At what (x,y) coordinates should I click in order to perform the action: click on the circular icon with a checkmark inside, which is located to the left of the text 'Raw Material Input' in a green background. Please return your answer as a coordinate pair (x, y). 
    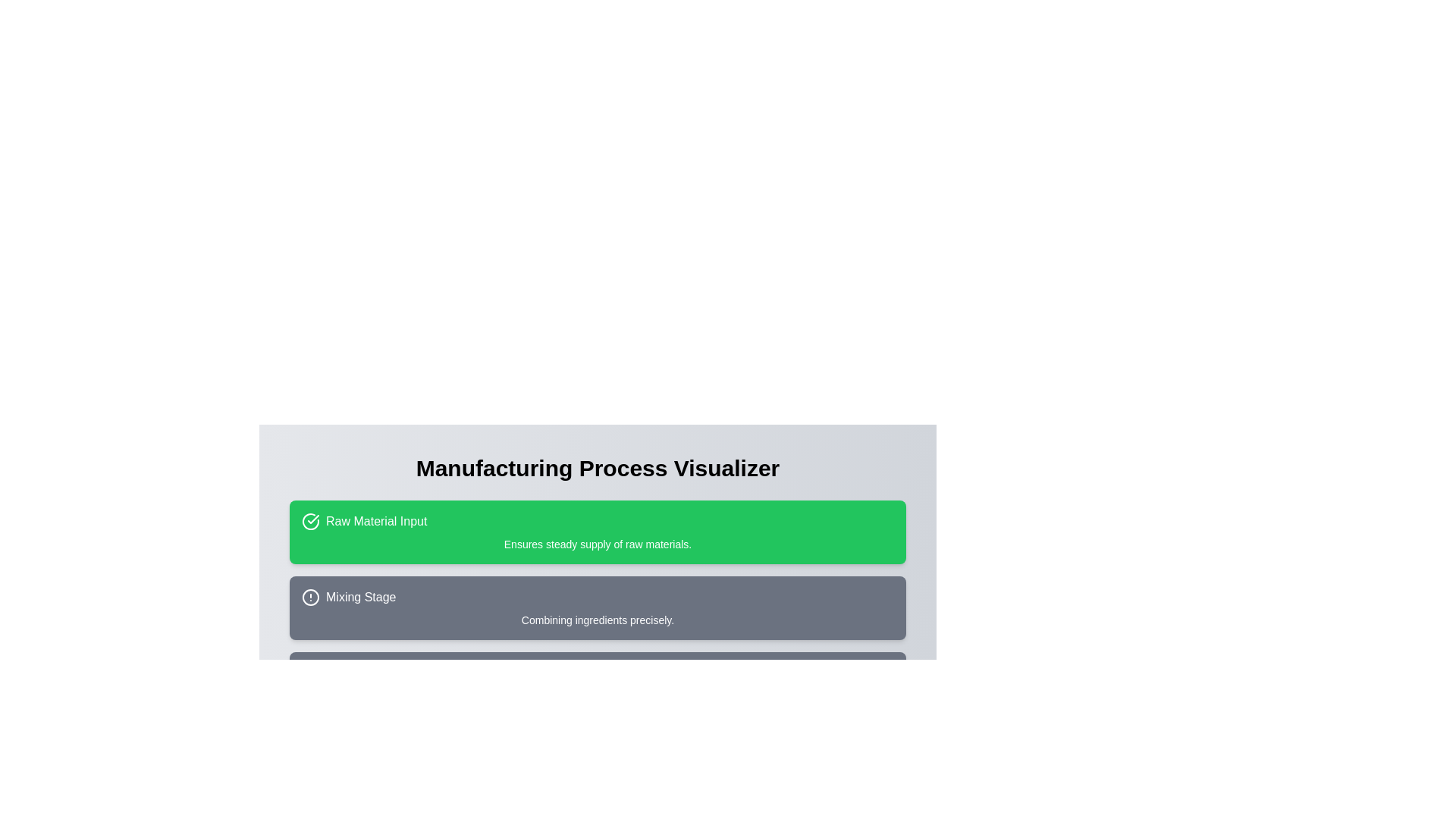
    Looking at the image, I should click on (309, 520).